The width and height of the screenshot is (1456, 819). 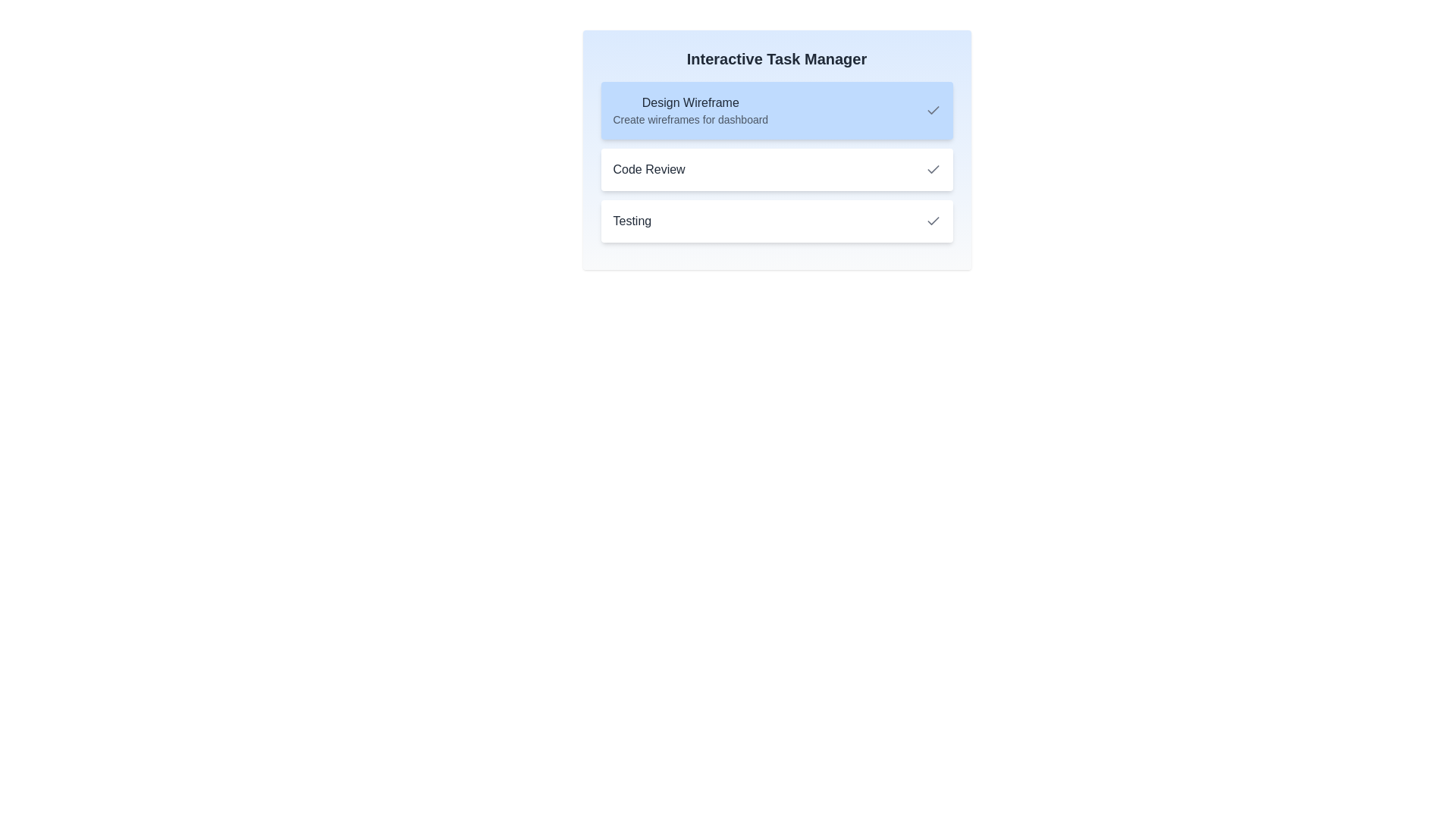 I want to click on the task Testing to see its details, so click(x=777, y=221).